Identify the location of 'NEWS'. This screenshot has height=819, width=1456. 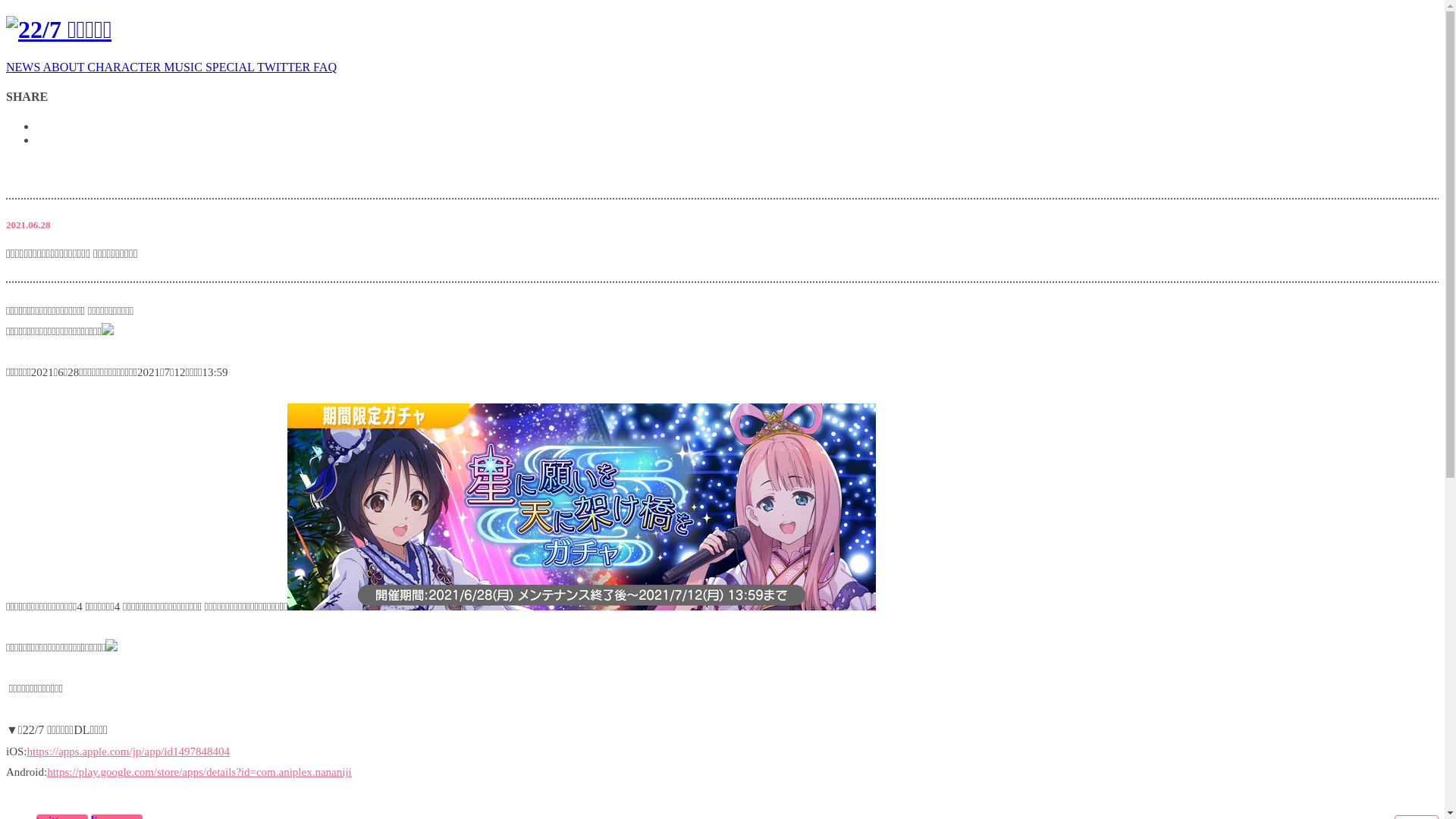
(24, 66).